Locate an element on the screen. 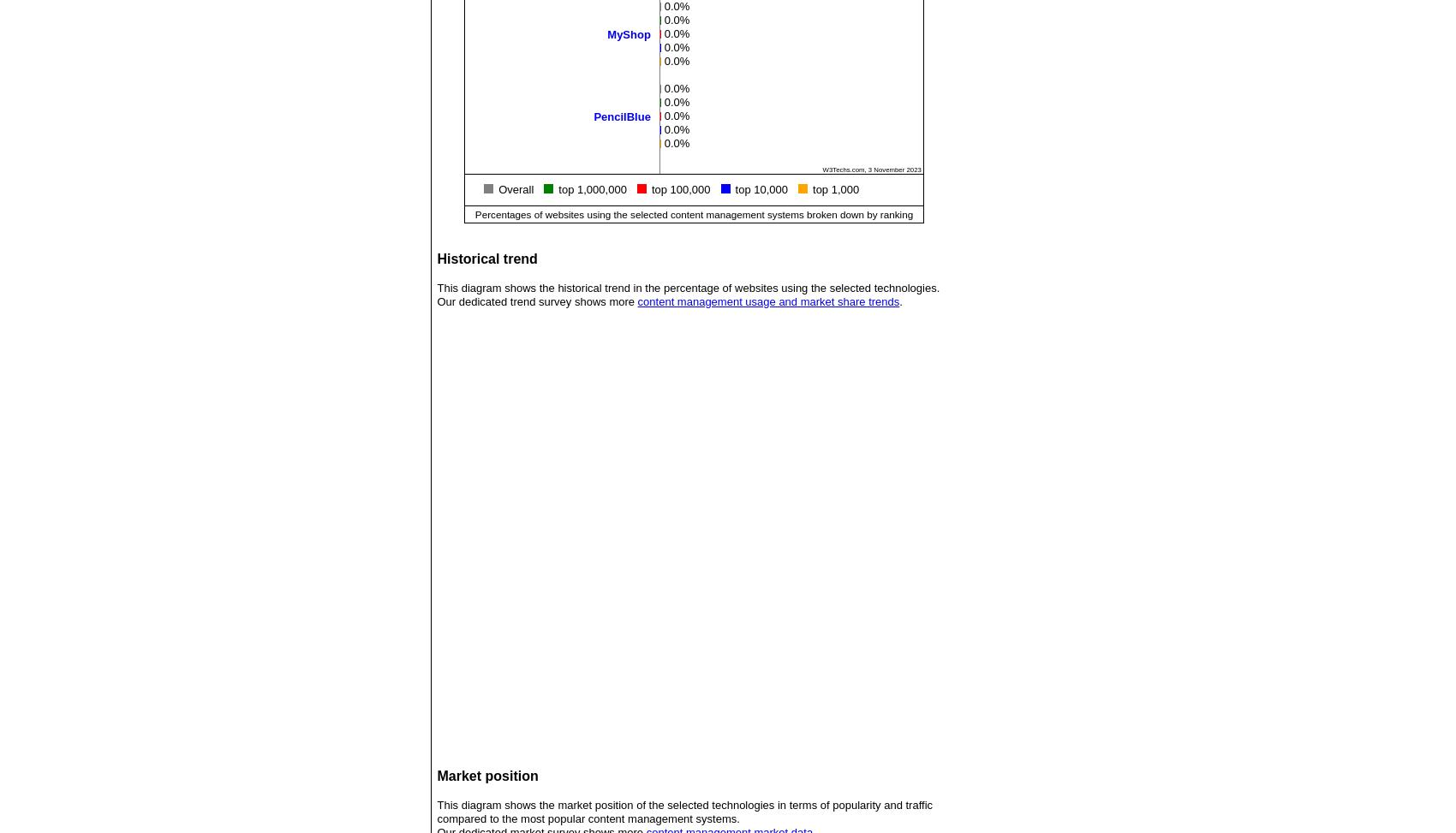 The image size is (1456, 833). 'Percentages of websites using the selected content management systems broken down by ranking' is located at coordinates (693, 212).